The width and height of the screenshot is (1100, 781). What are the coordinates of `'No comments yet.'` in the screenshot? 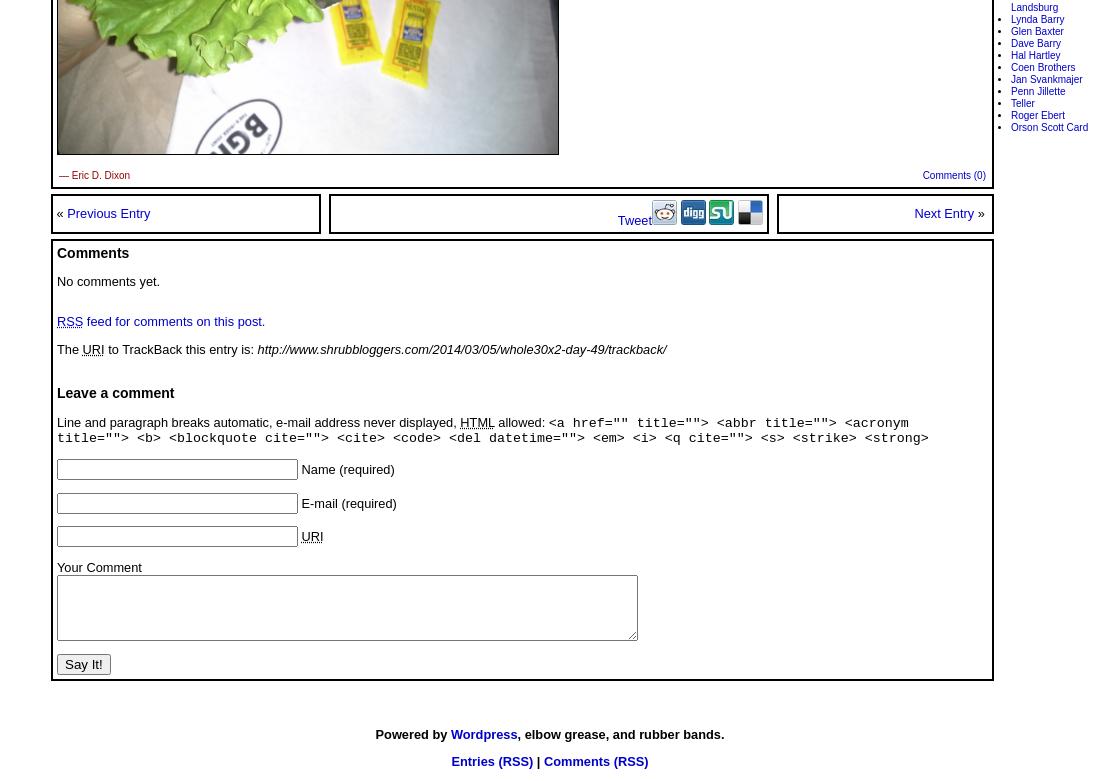 It's located at (108, 280).